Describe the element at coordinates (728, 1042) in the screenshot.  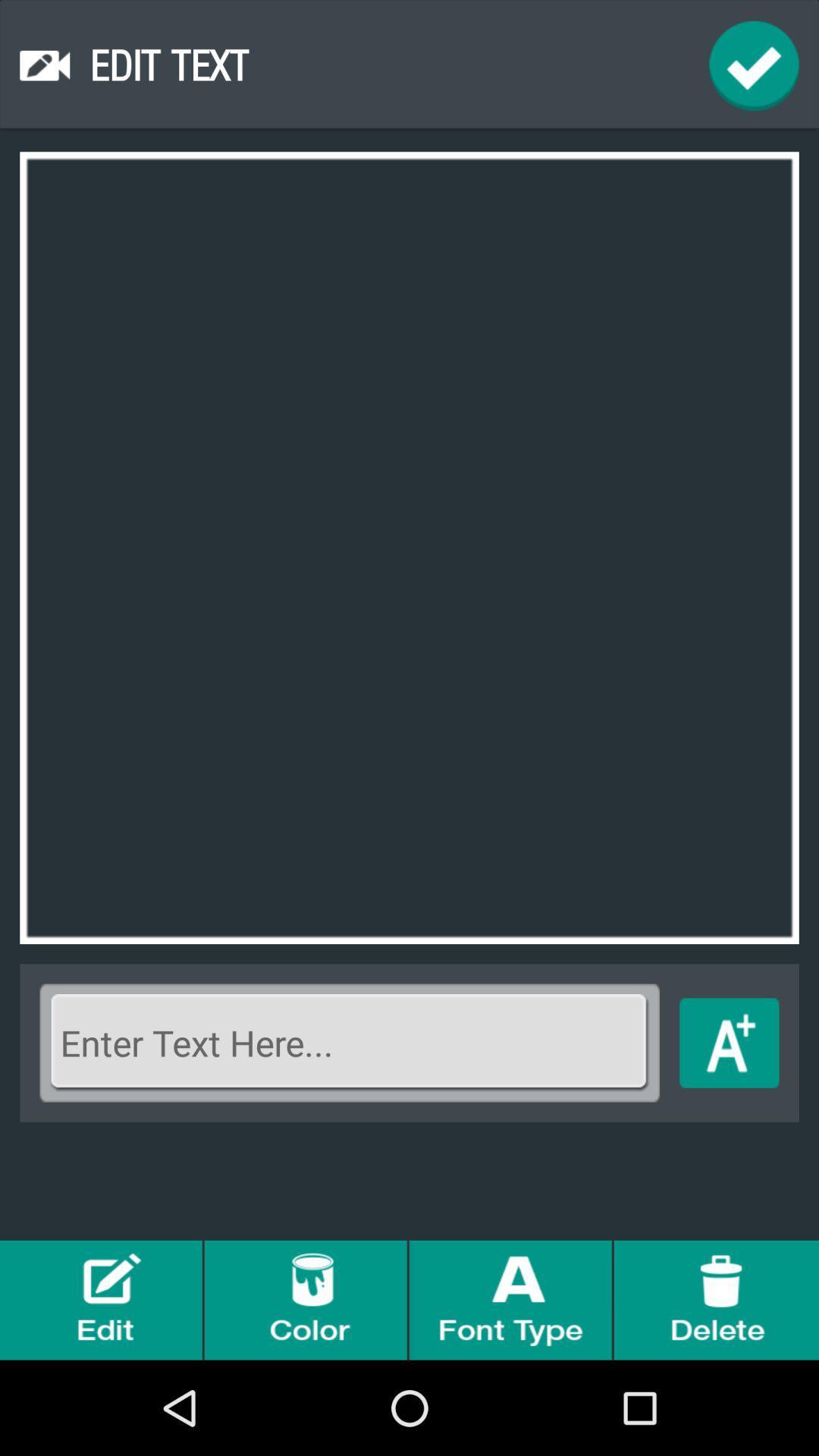
I see `taxes` at that location.